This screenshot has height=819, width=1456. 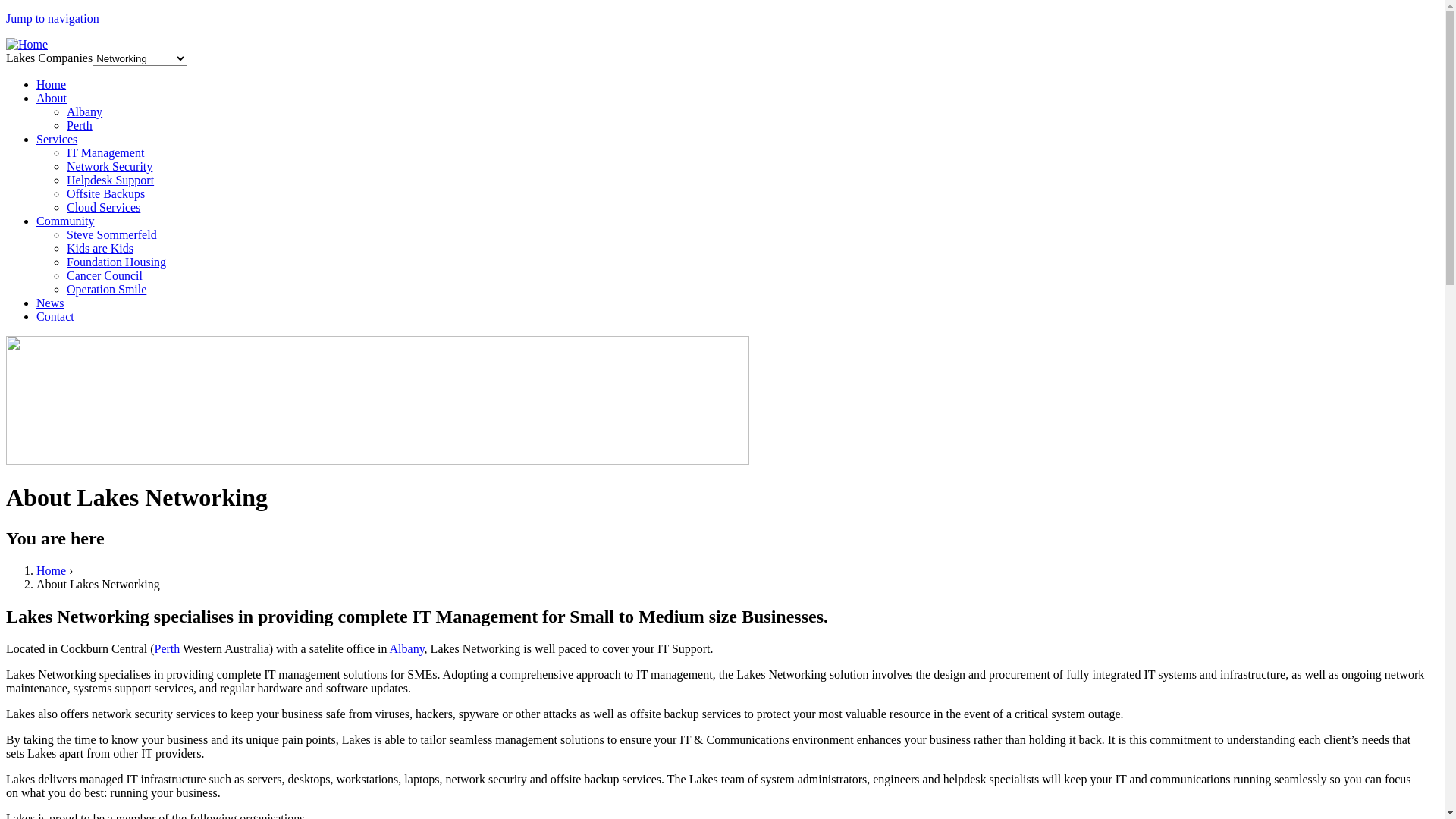 What do you see at coordinates (108, 166) in the screenshot?
I see `'Network Security'` at bounding box center [108, 166].